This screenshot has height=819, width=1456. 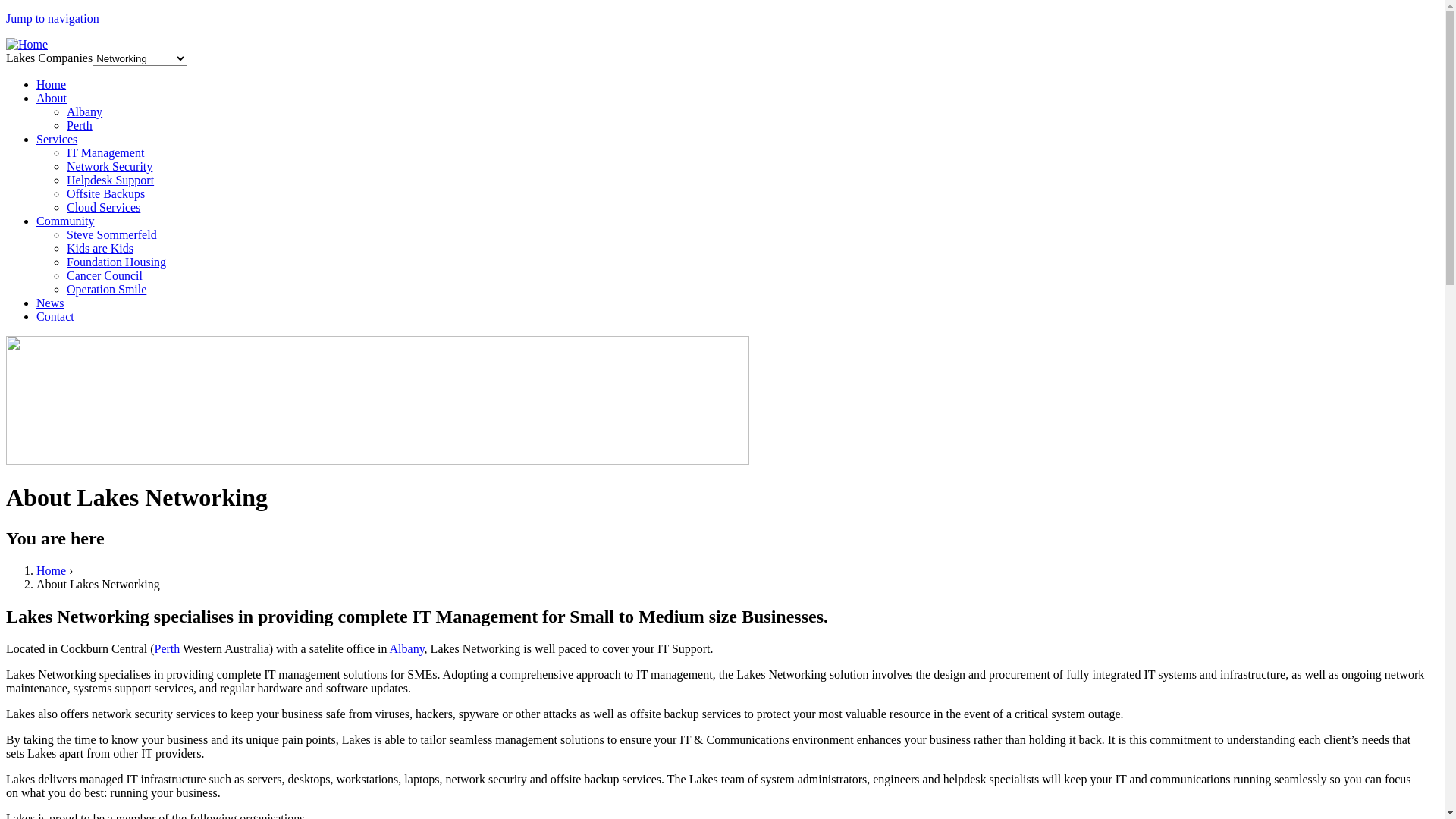 What do you see at coordinates (108, 166) in the screenshot?
I see `'Network Security'` at bounding box center [108, 166].